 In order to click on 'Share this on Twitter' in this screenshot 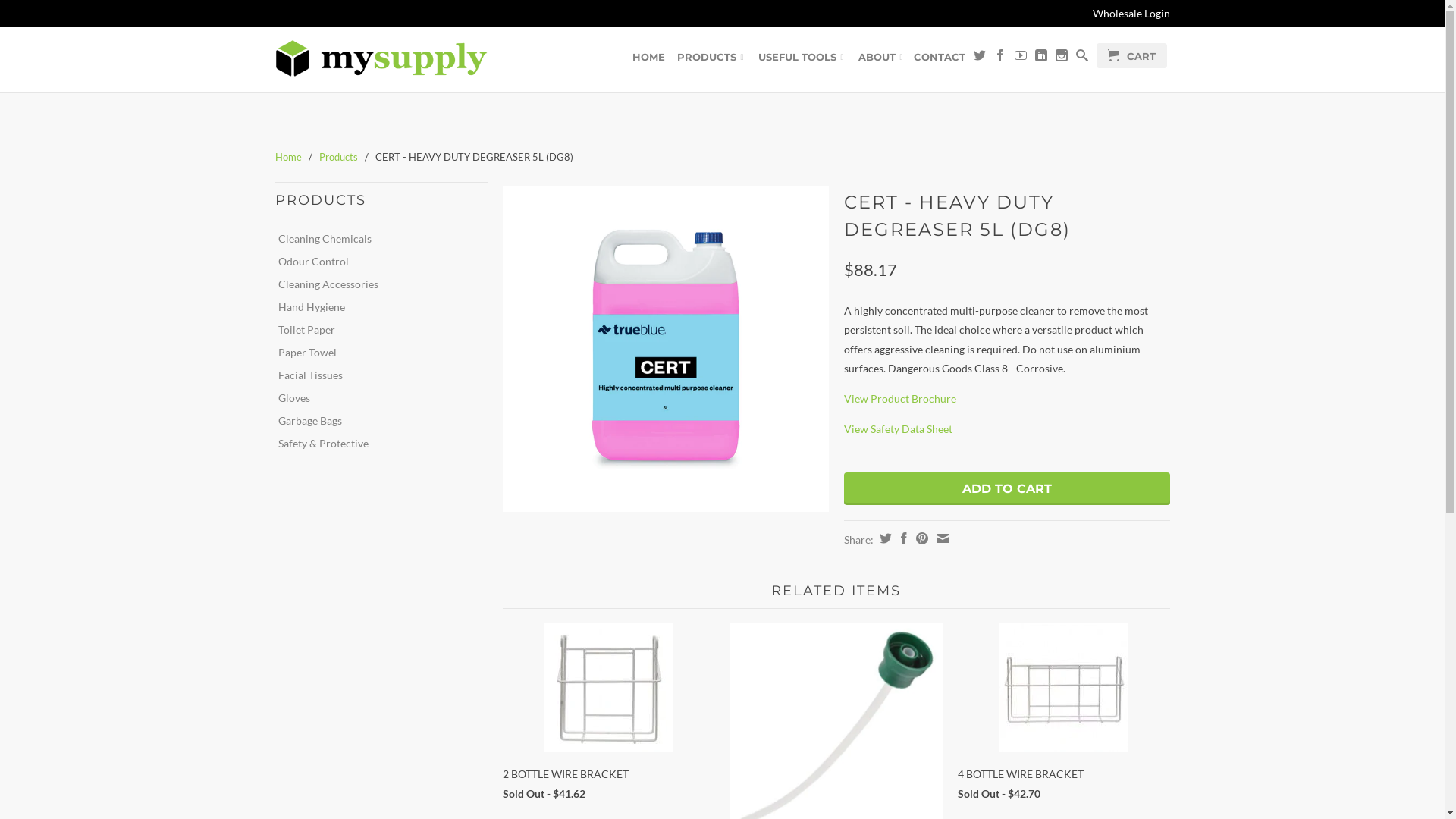, I will do `click(883, 537)`.